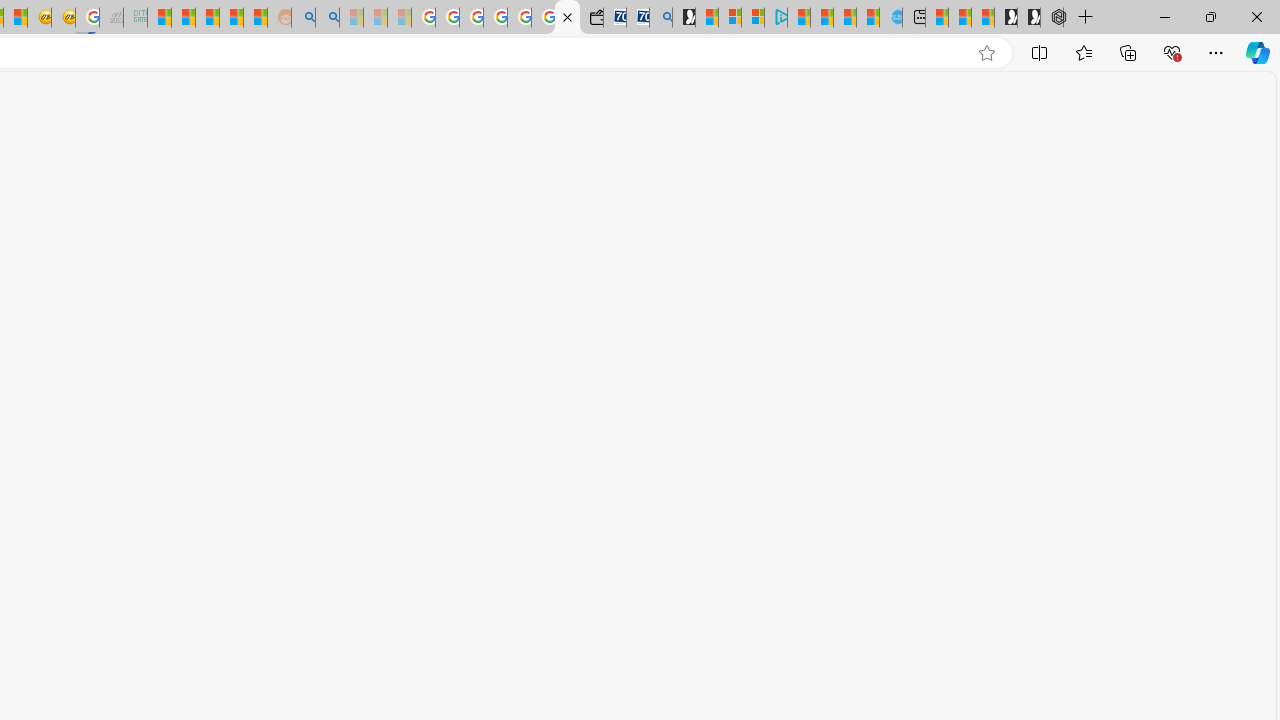 The width and height of the screenshot is (1280, 720). I want to click on 'Bing Real Estate - Home sales and rental listings', so click(661, 17).